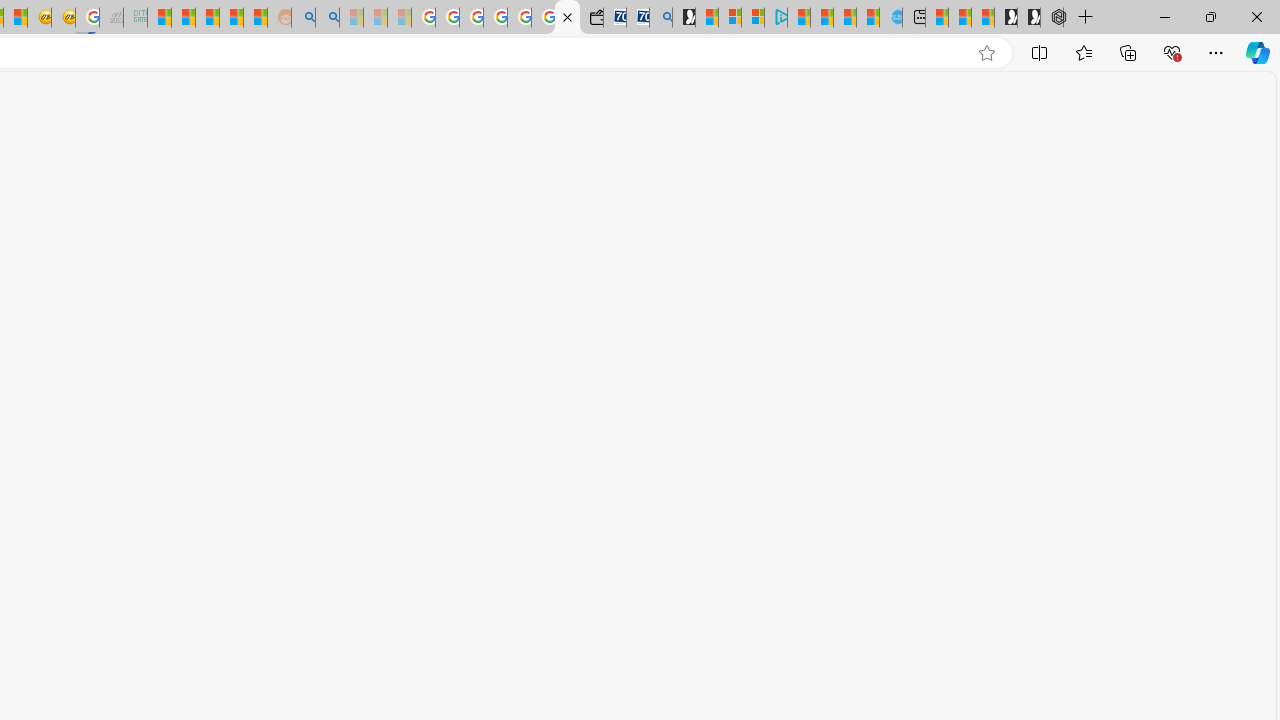 The width and height of the screenshot is (1280, 720). I want to click on 'Bing Real Estate - Home sales and rental listings', so click(661, 17).